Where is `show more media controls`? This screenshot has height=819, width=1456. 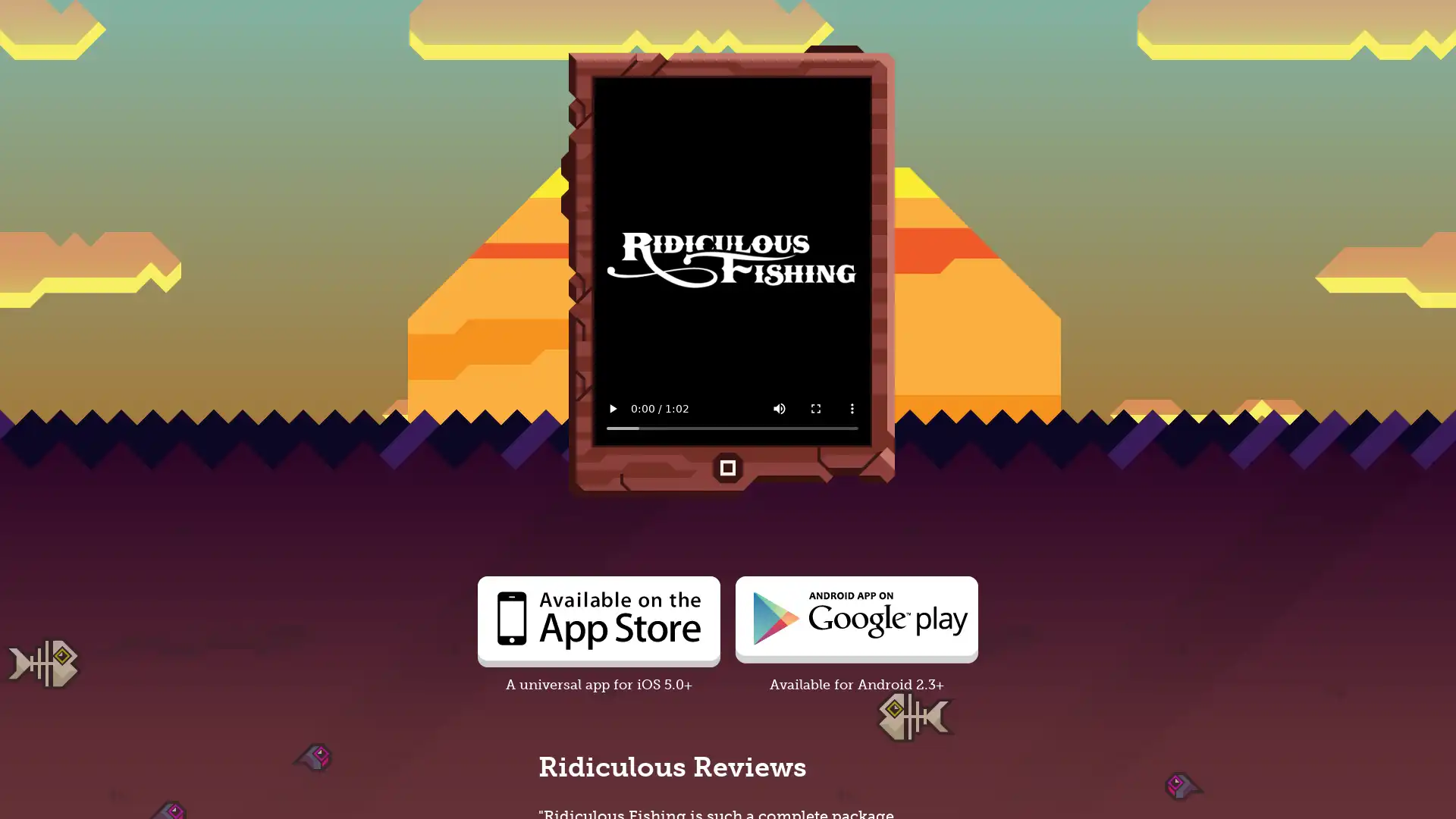
show more media controls is located at coordinates (852, 408).